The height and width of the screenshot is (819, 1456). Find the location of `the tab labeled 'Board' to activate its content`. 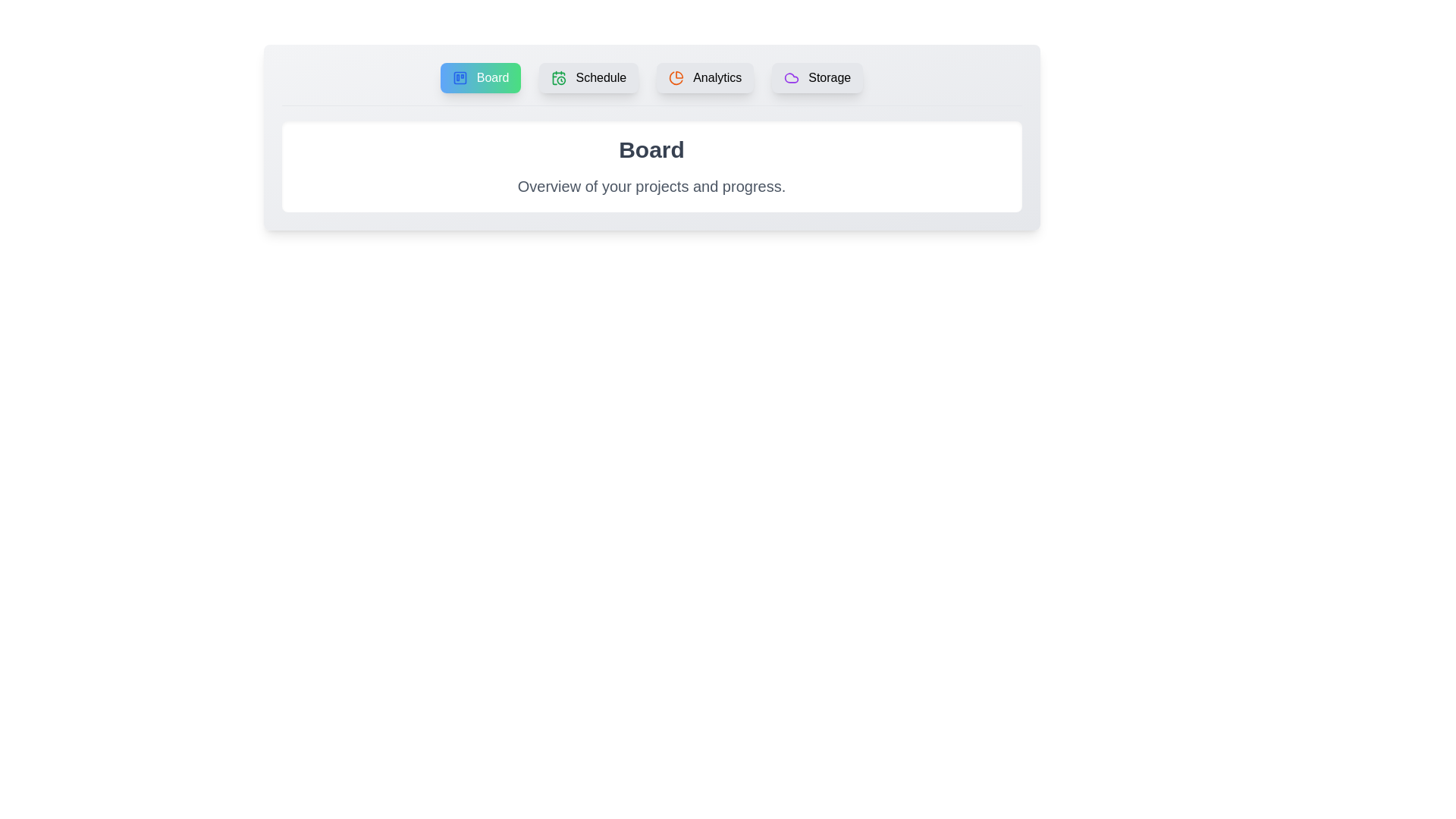

the tab labeled 'Board' to activate its content is located at coordinates (480, 78).